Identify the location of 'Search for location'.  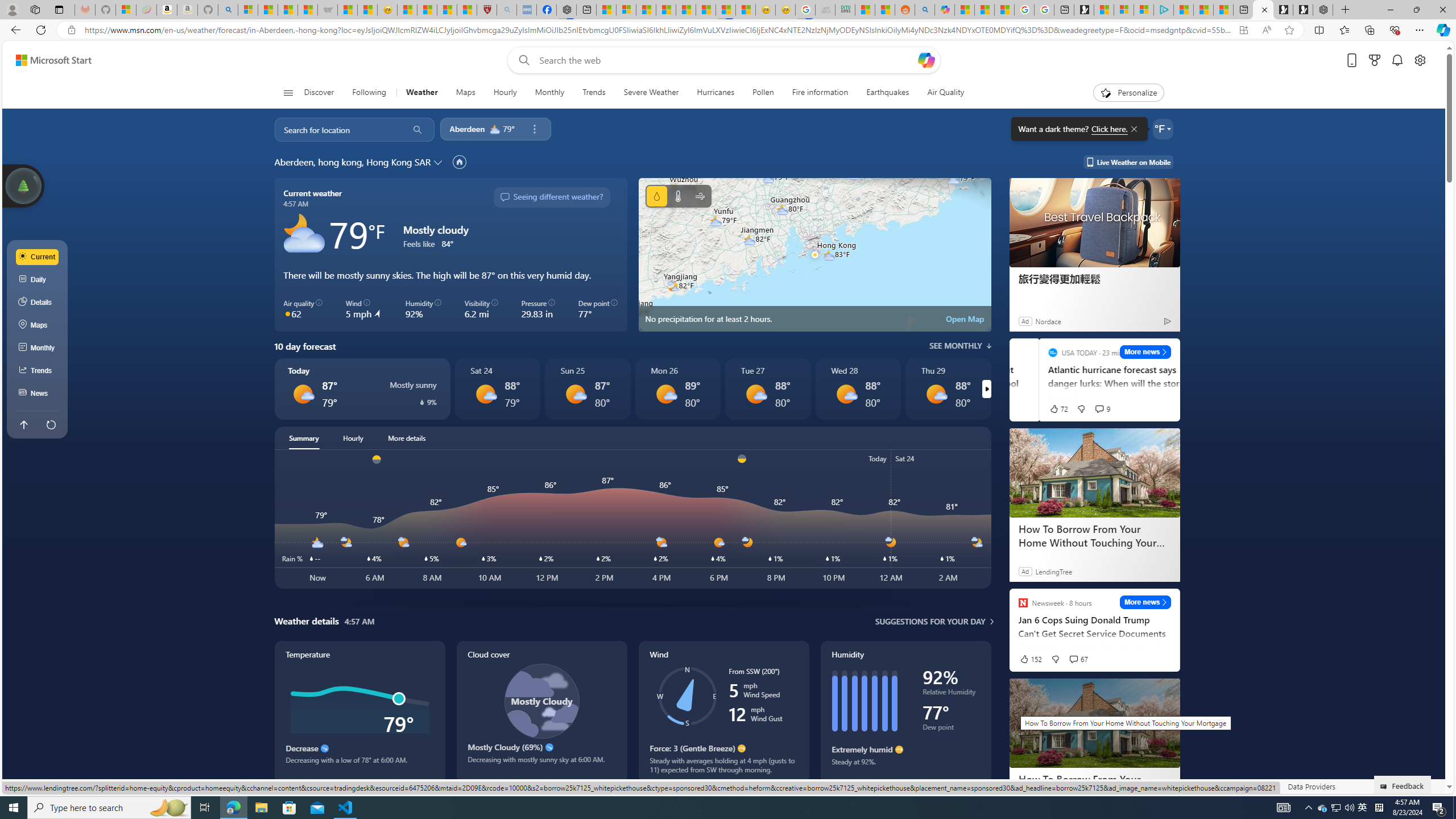
(337, 129).